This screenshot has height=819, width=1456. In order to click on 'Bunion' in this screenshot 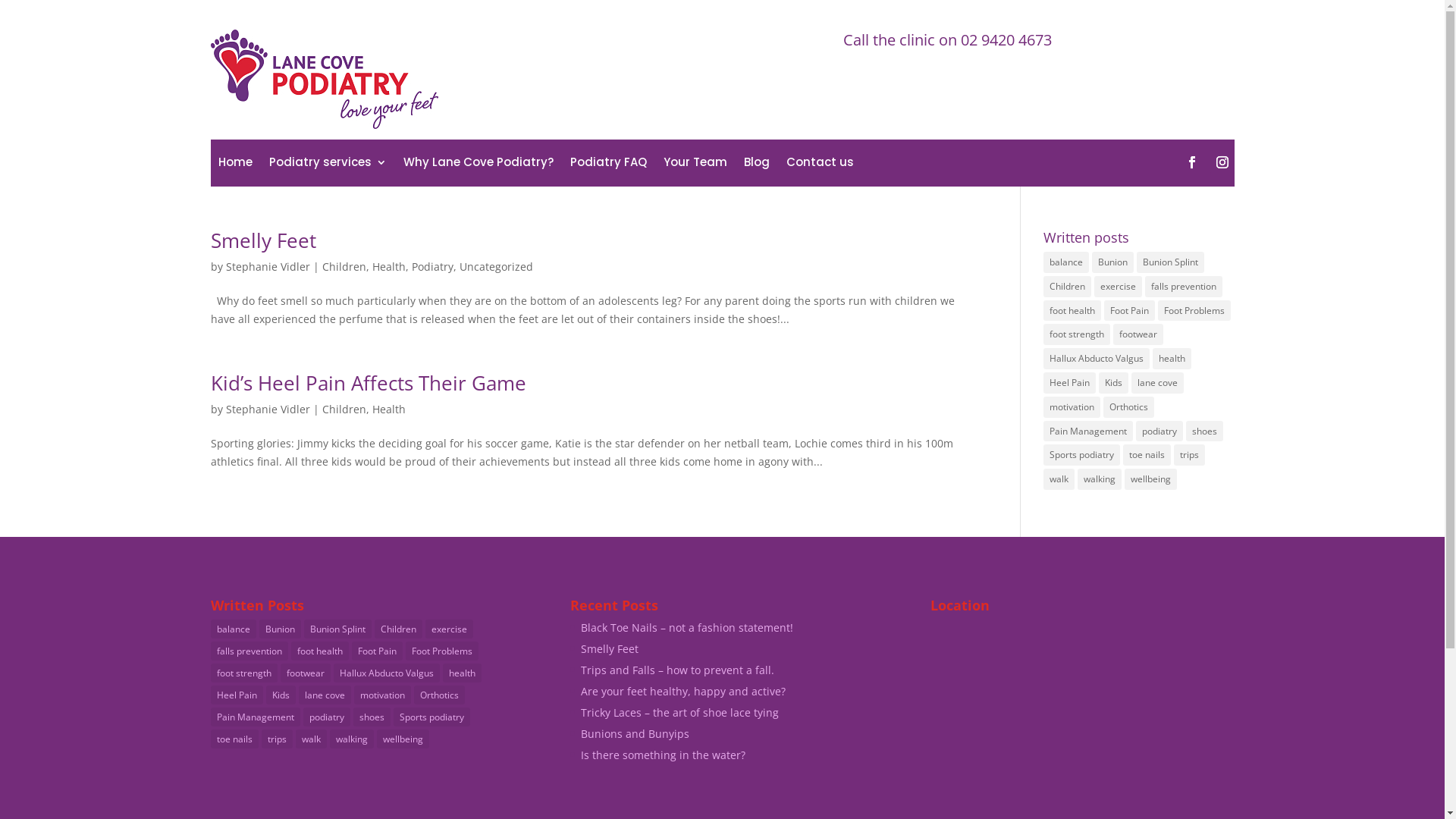, I will do `click(259, 629)`.